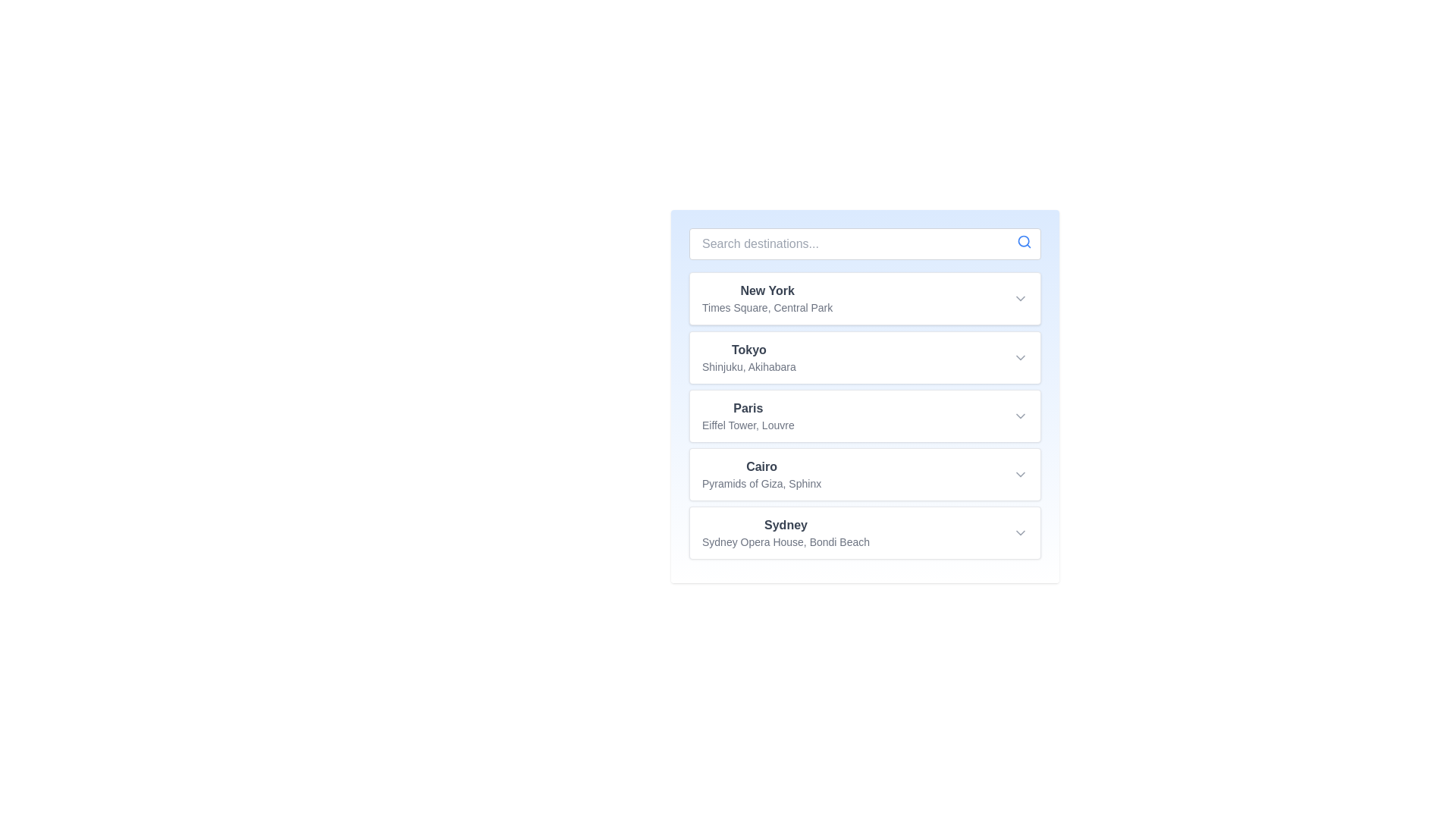 Image resolution: width=1456 pixels, height=819 pixels. I want to click on the selectable list item for the city 'Paris', so click(865, 415).